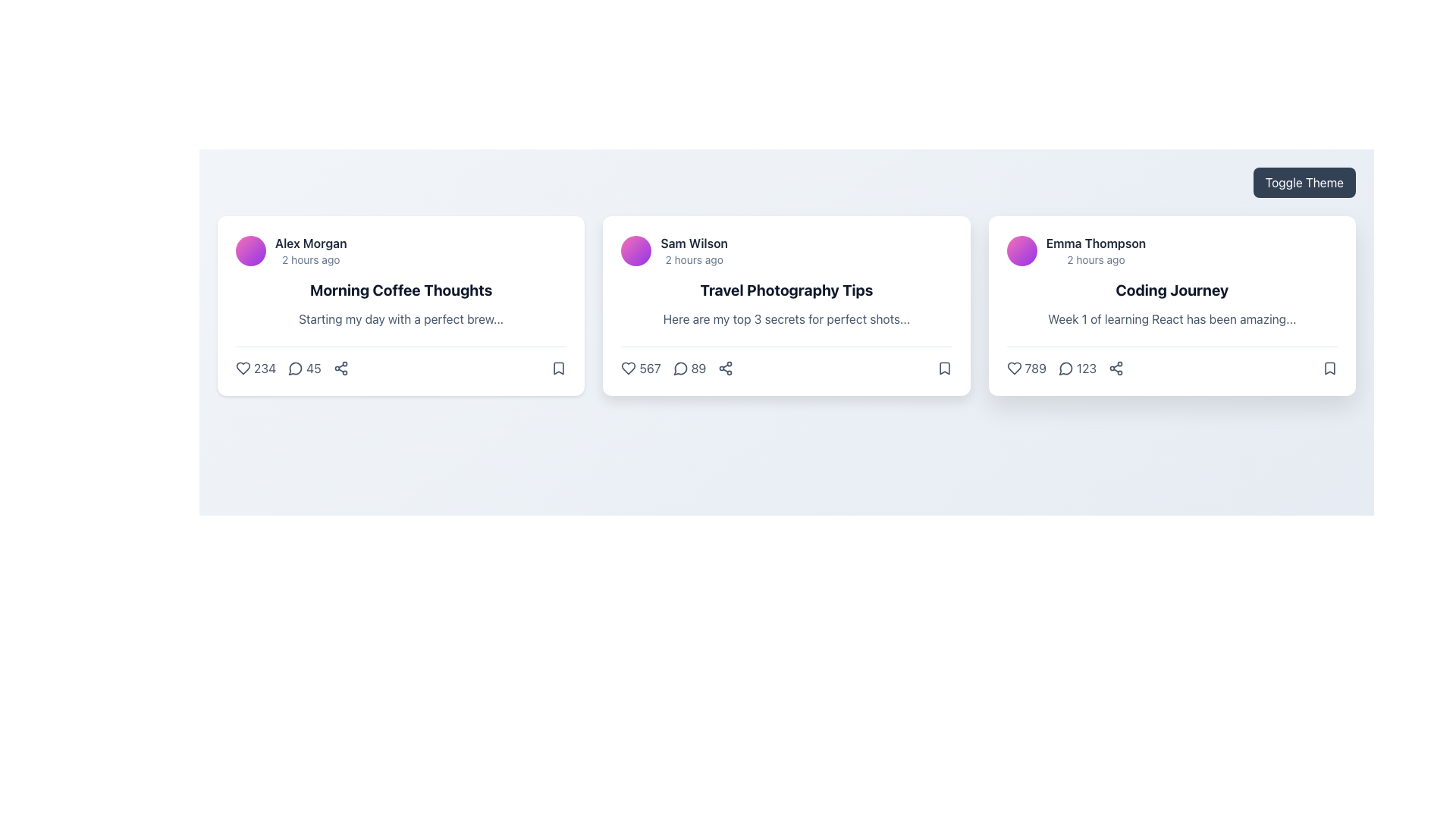  What do you see at coordinates (693, 250) in the screenshot?
I see `author's name and timestamp displayed in the text area located at the top-left corner of the second card in a horizontal list of three cards` at bounding box center [693, 250].